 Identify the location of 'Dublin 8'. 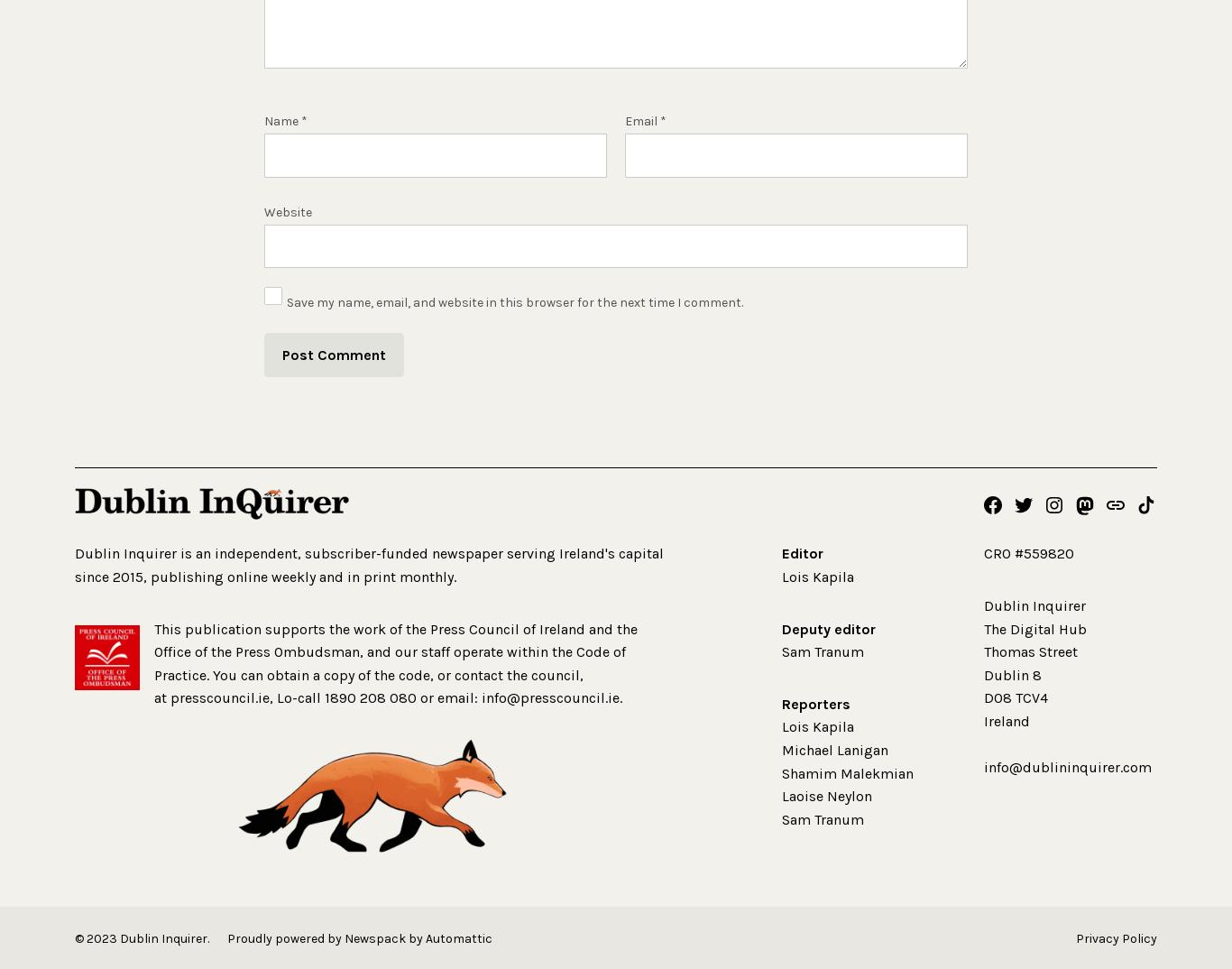
(1011, 674).